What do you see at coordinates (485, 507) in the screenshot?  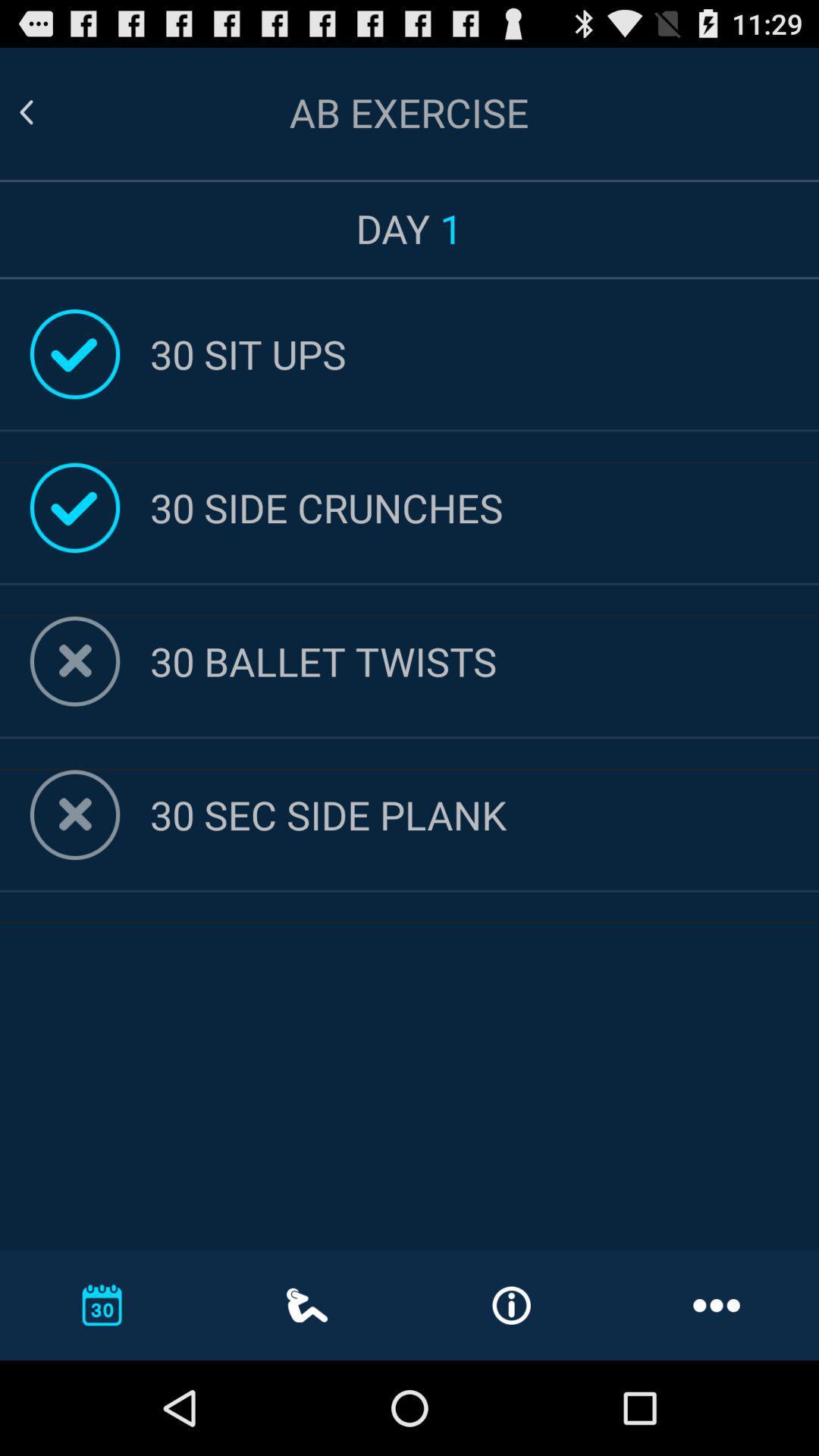 I see `30 side crunches` at bounding box center [485, 507].